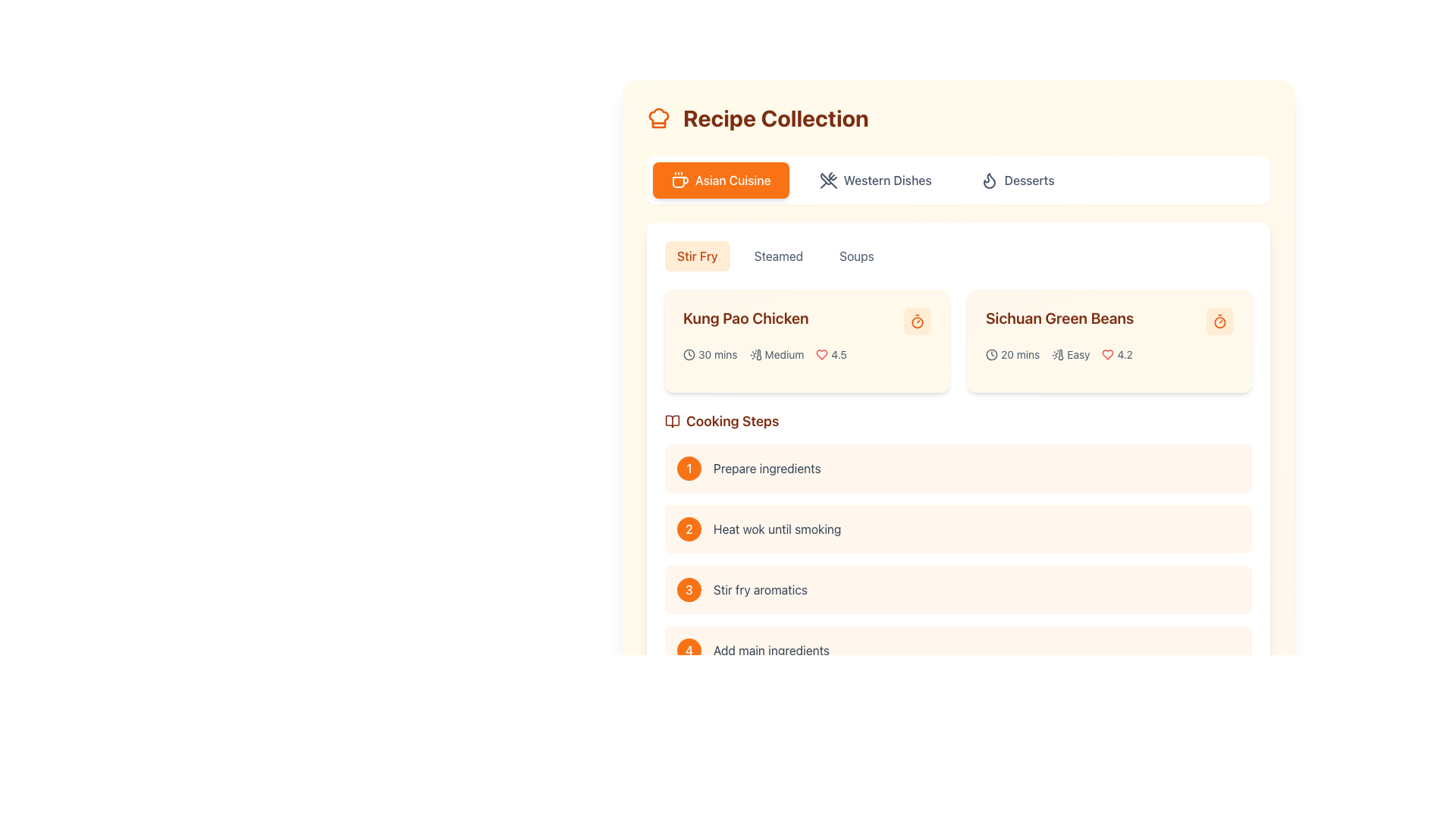 This screenshot has width=1456, height=819. Describe the element at coordinates (688, 354) in the screenshot. I see `the clock icon component indicating time-related information for the 'Kung Pao Chicken' card located at the top-right corner` at that location.